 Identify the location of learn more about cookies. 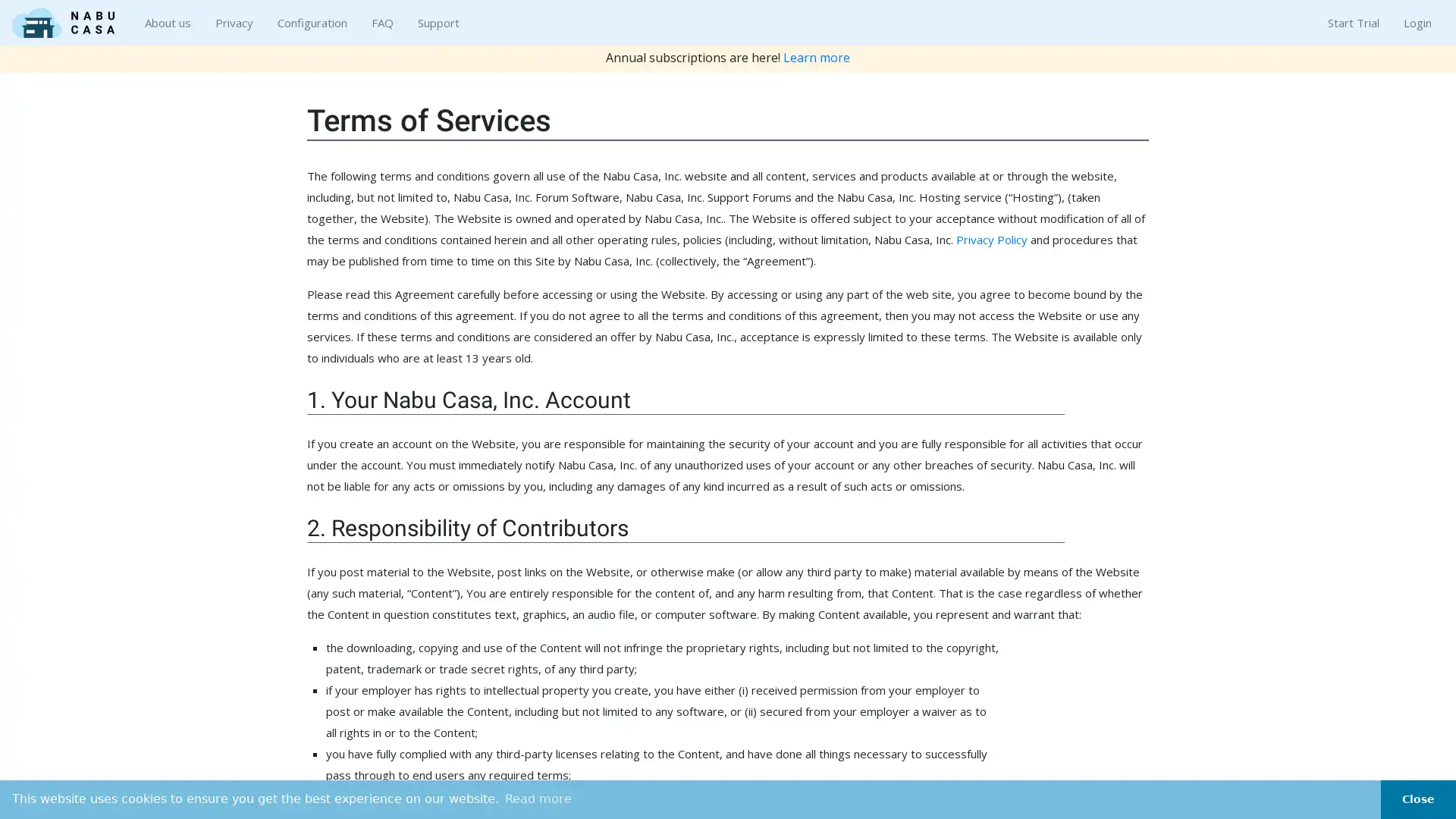
(538, 798).